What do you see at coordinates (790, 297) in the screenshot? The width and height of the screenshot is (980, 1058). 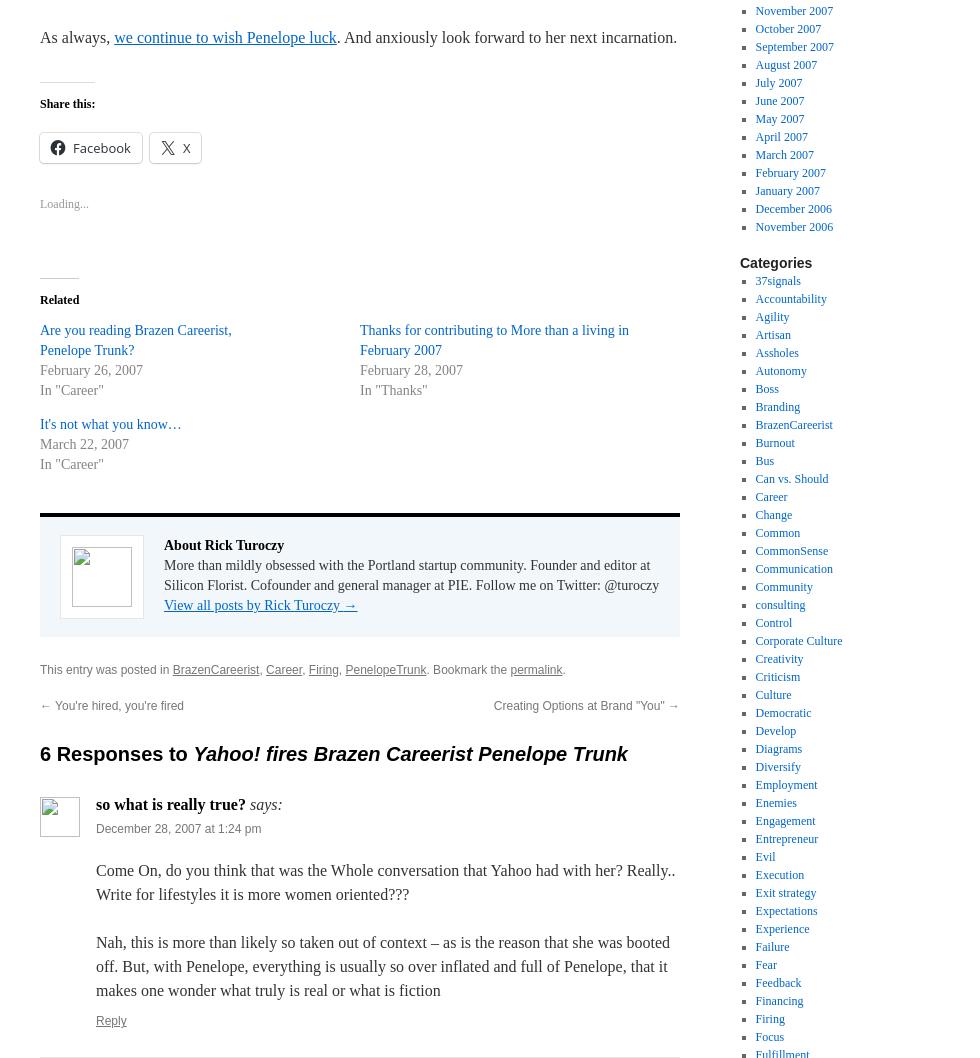 I see `'Accountability'` at bounding box center [790, 297].